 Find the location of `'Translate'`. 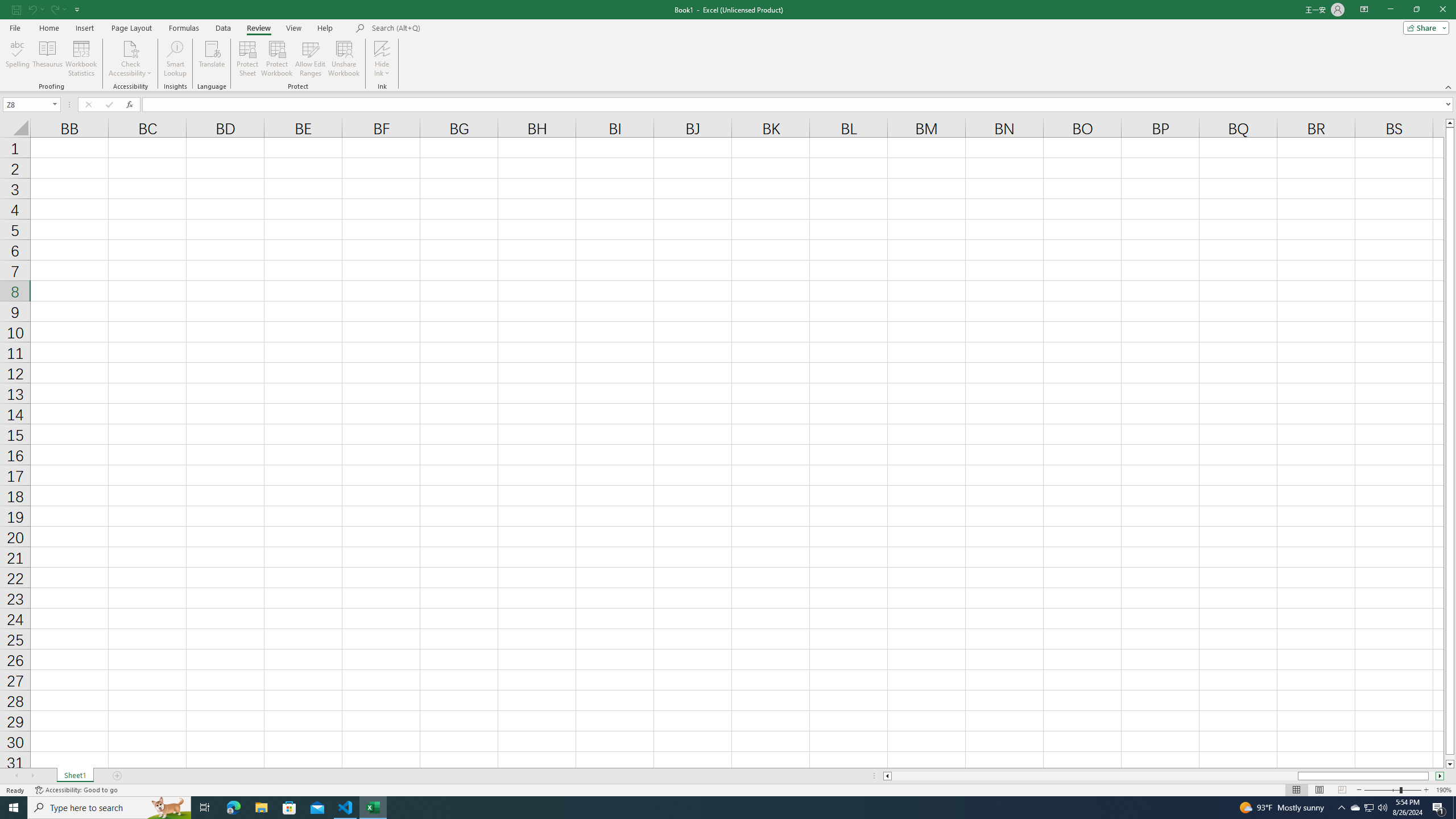

'Translate' is located at coordinates (211, 59).